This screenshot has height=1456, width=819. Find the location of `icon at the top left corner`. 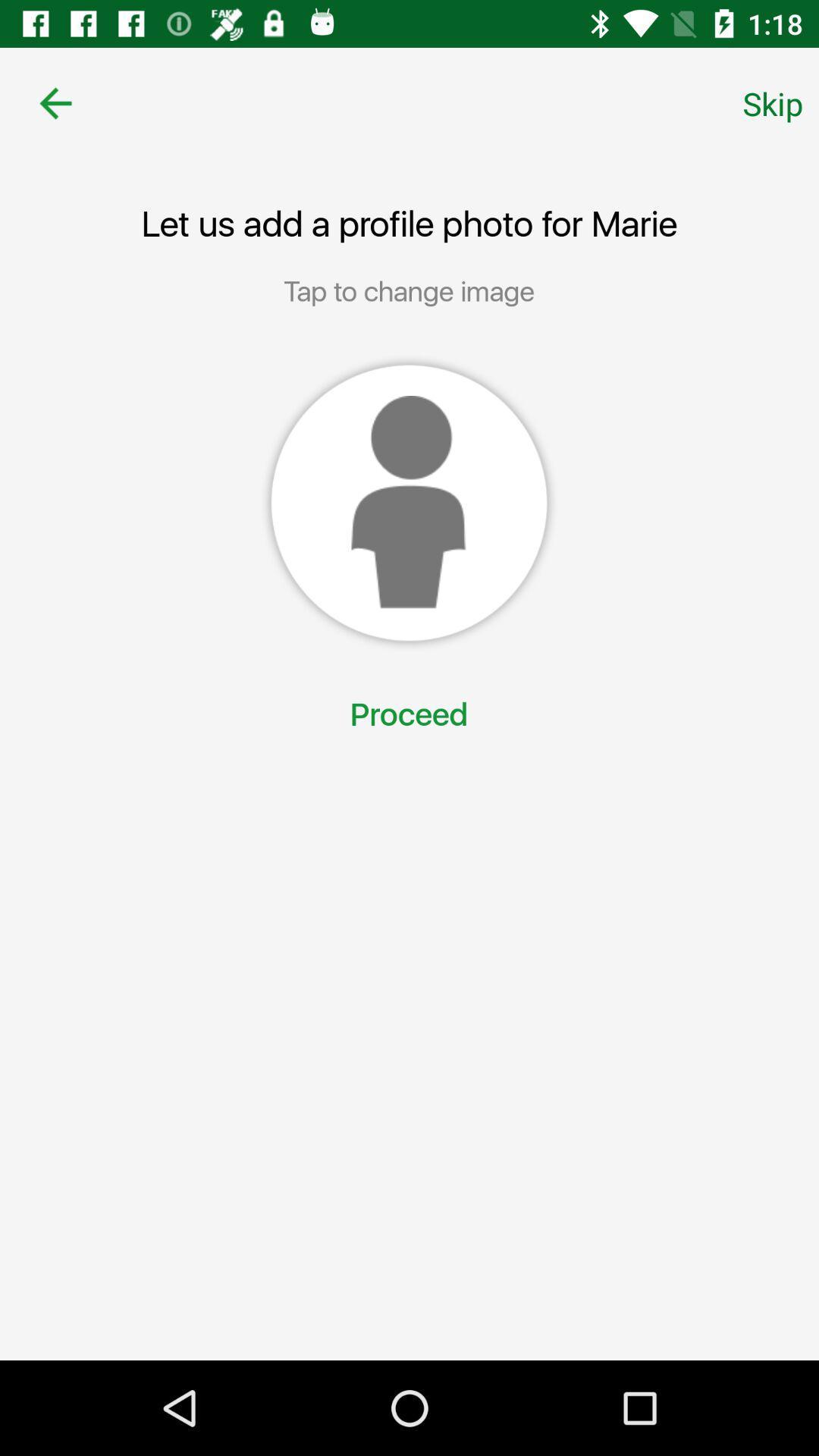

icon at the top left corner is located at coordinates (55, 102).